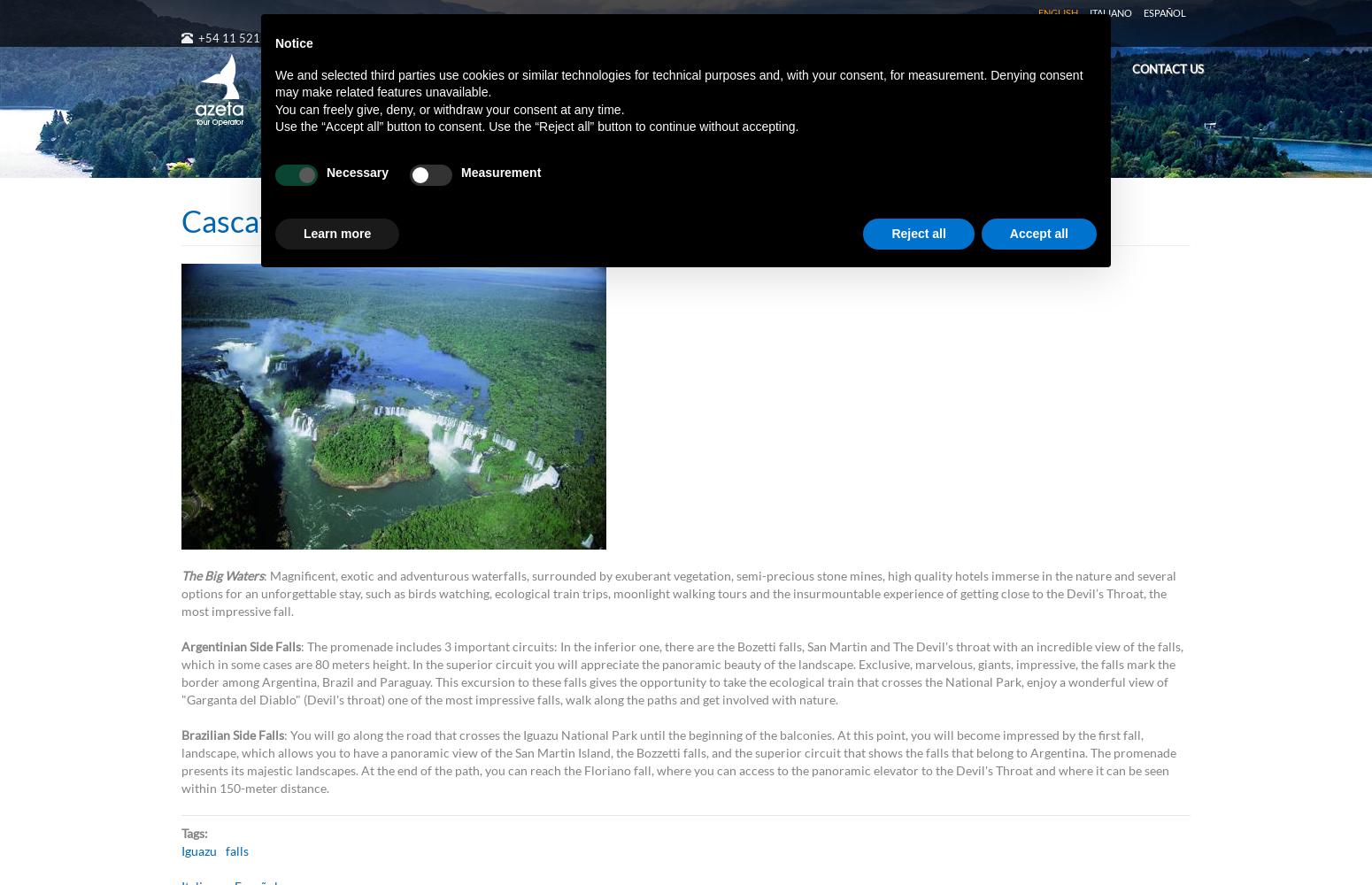 The height and width of the screenshot is (885, 1372). Describe the element at coordinates (918, 233) in the screenshot. I see `'Reject all'` at that location.